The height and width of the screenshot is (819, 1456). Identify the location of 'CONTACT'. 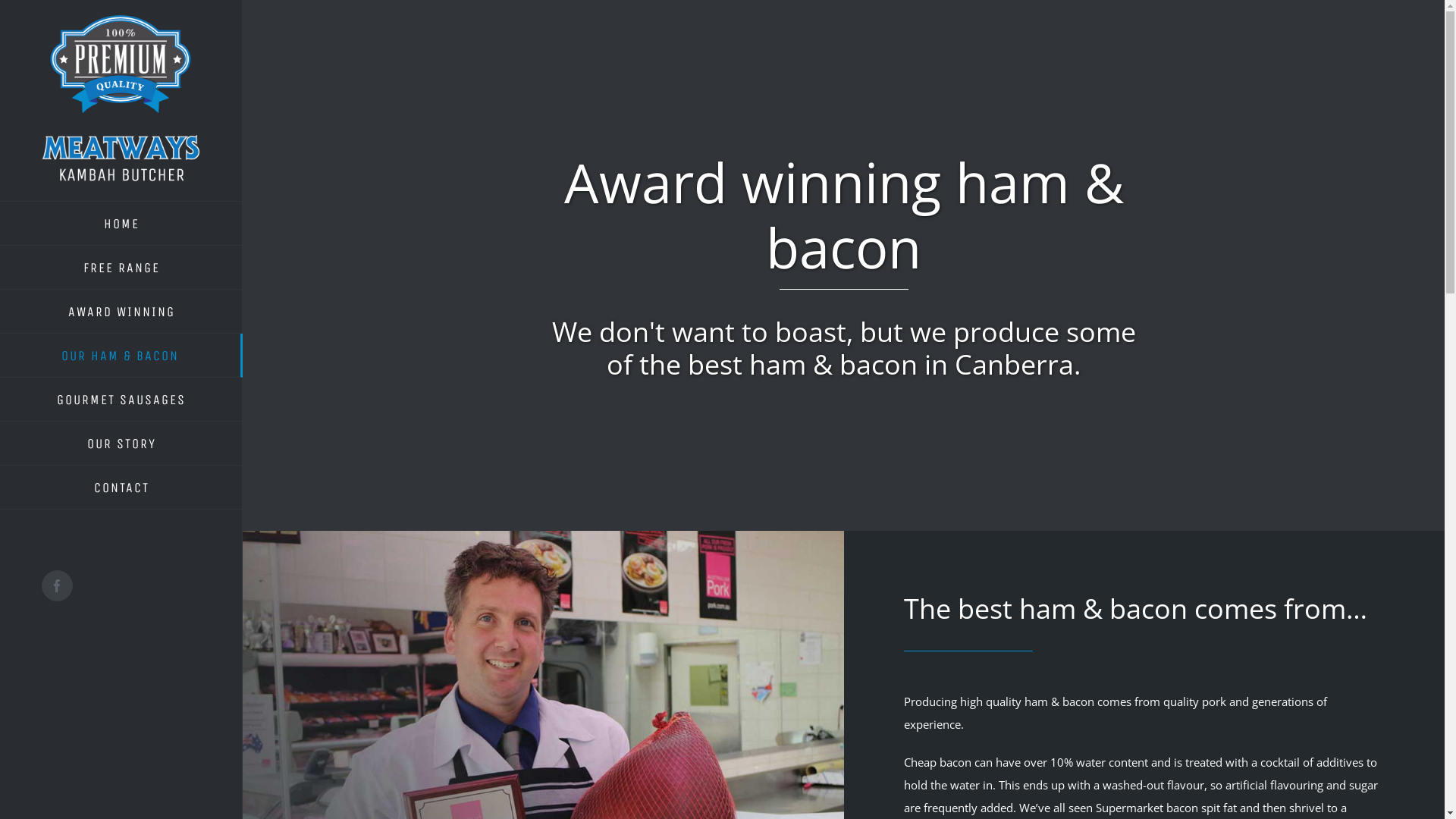
(120, 488).